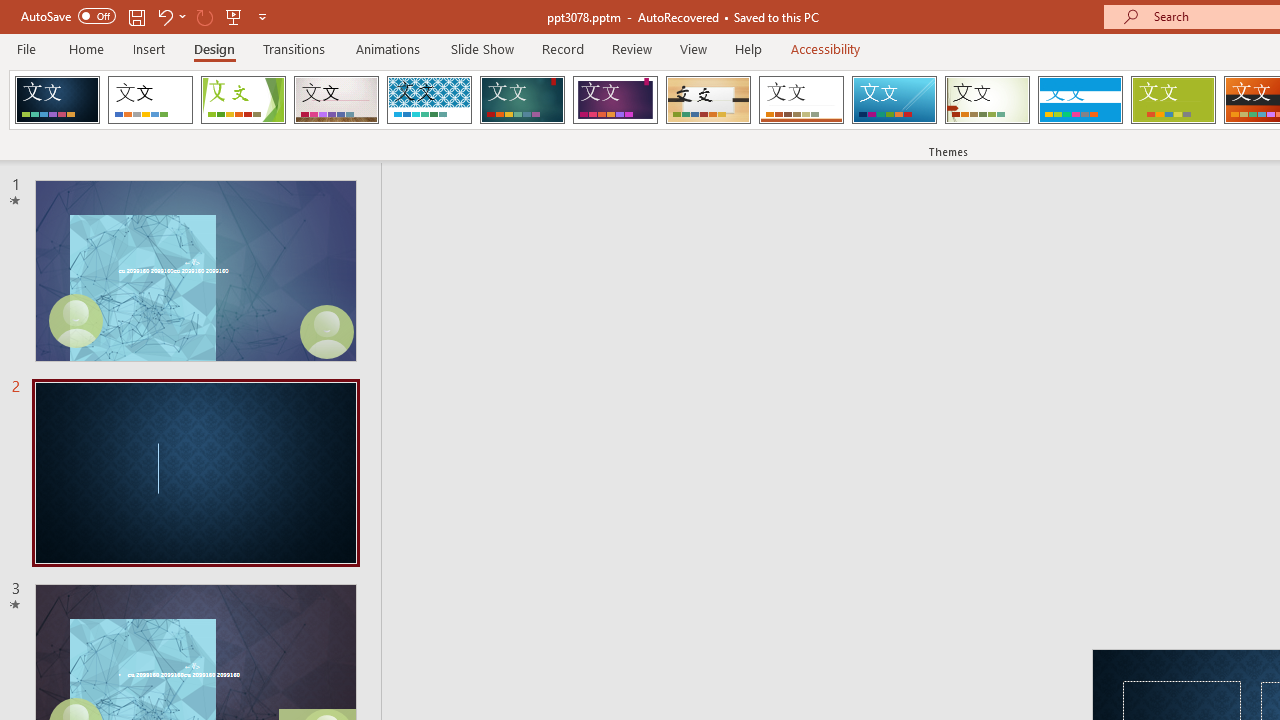 The image size is (1280, 720). What do you see at coordinates (149, 100) in the screenshot?
I see `'Office Theme'` at bounding box center [149, 100].